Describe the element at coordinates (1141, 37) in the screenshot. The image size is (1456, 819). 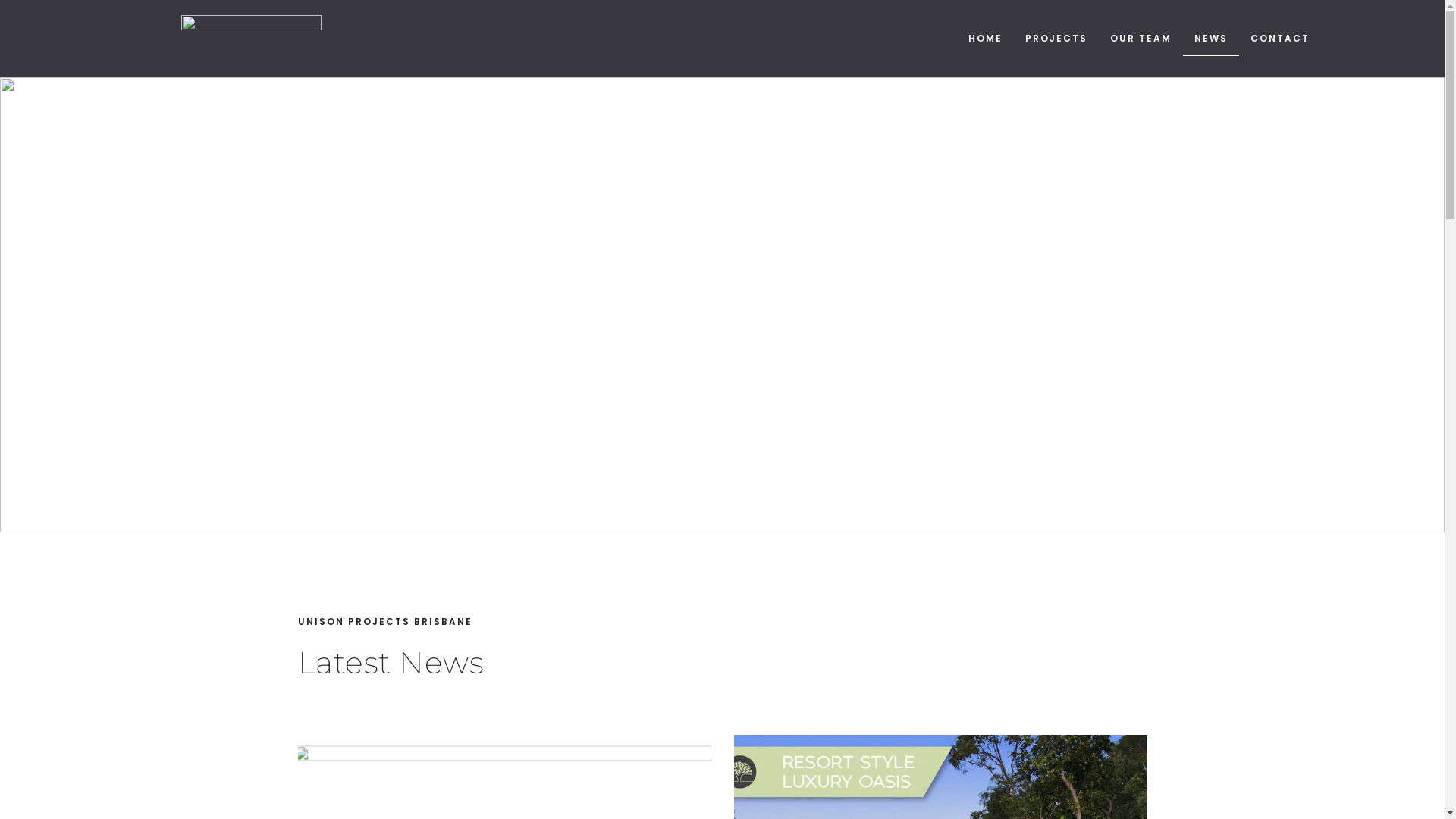
I see `'OUR TEAM'` at that location.